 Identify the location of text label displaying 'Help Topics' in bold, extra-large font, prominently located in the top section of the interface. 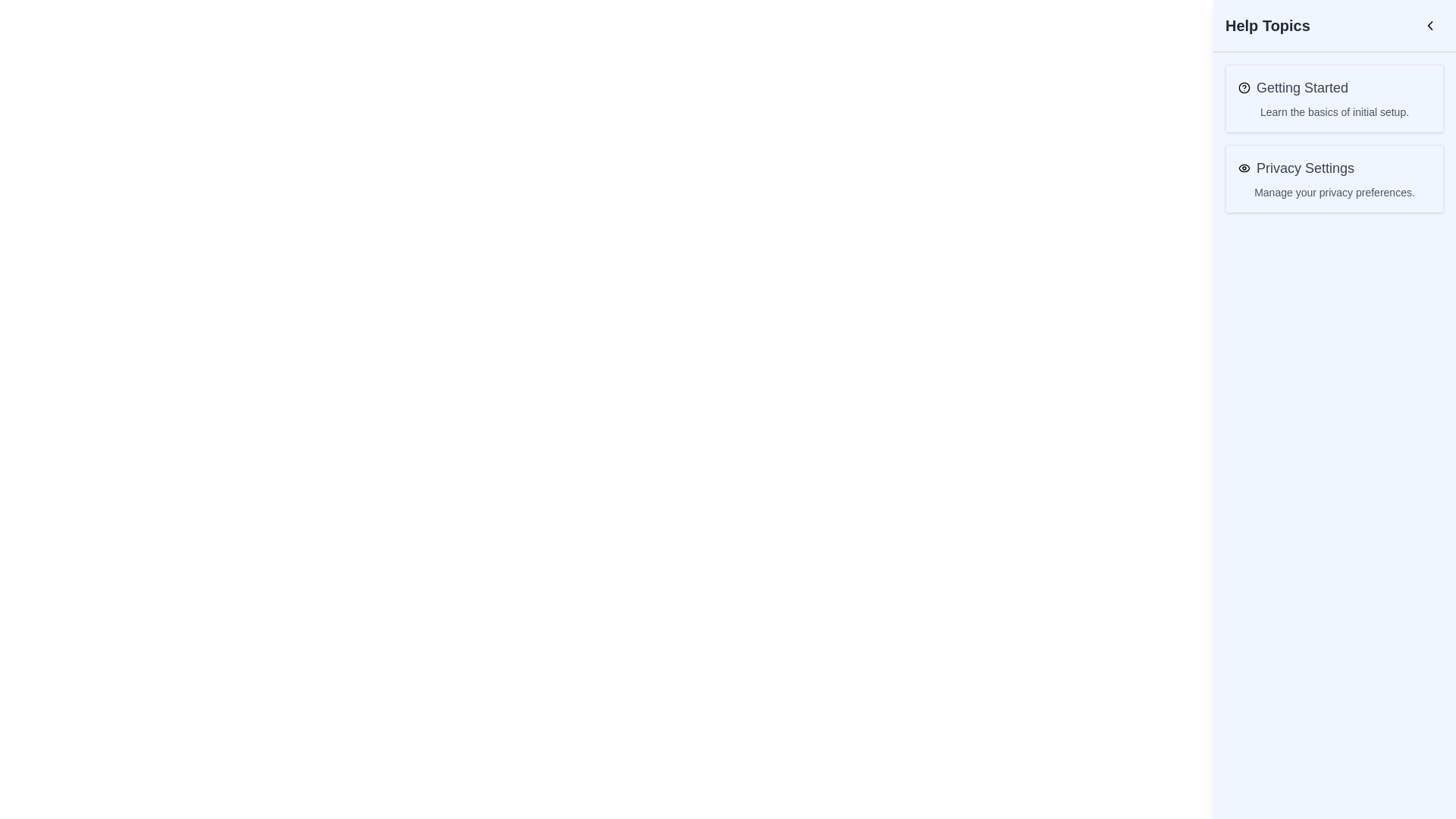
(1267, 26).